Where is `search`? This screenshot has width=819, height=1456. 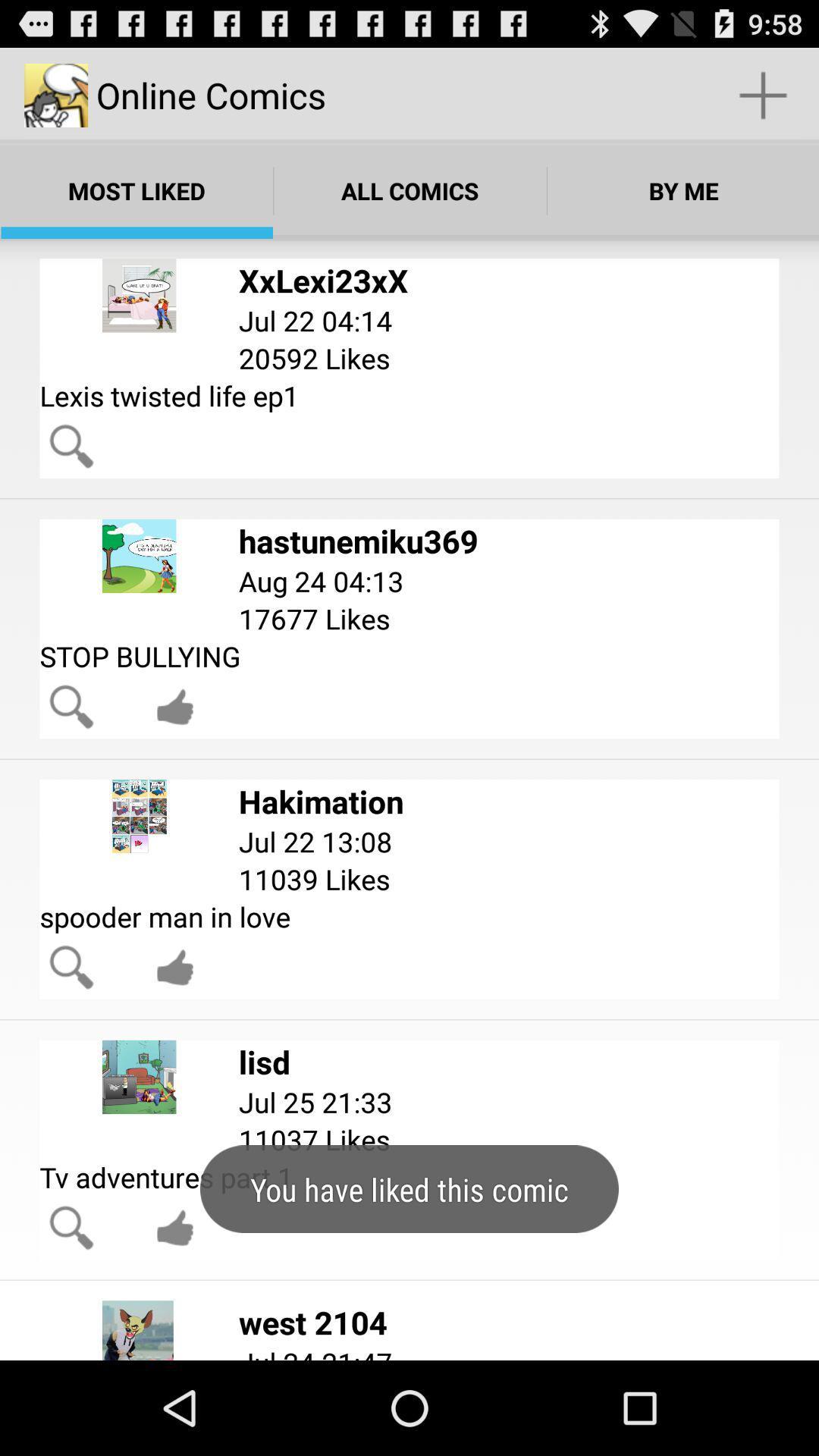
search is located at coordinates (71, 445).